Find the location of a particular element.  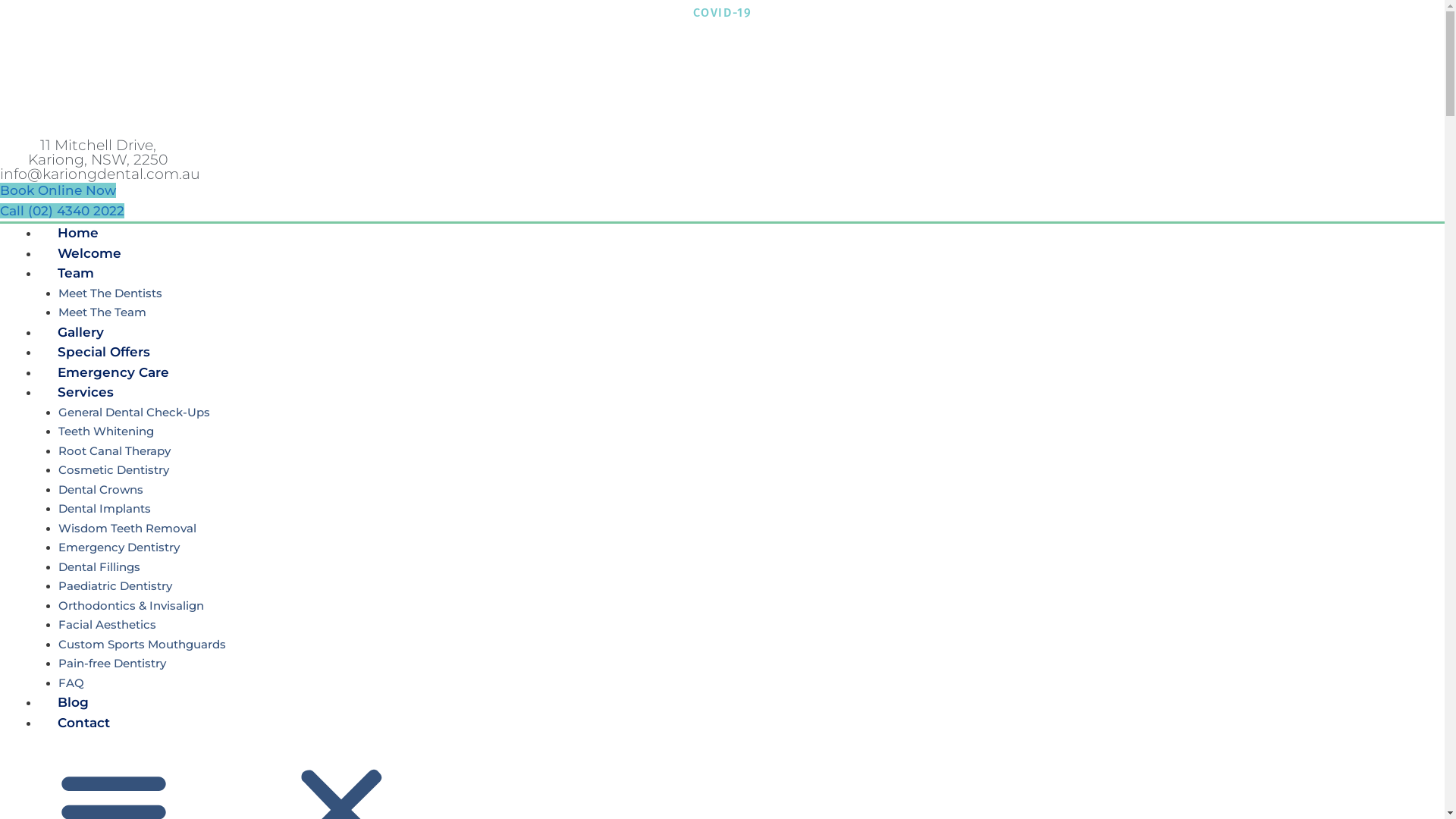

'Emergency Dentistry' is located at coordinates (117, 547).